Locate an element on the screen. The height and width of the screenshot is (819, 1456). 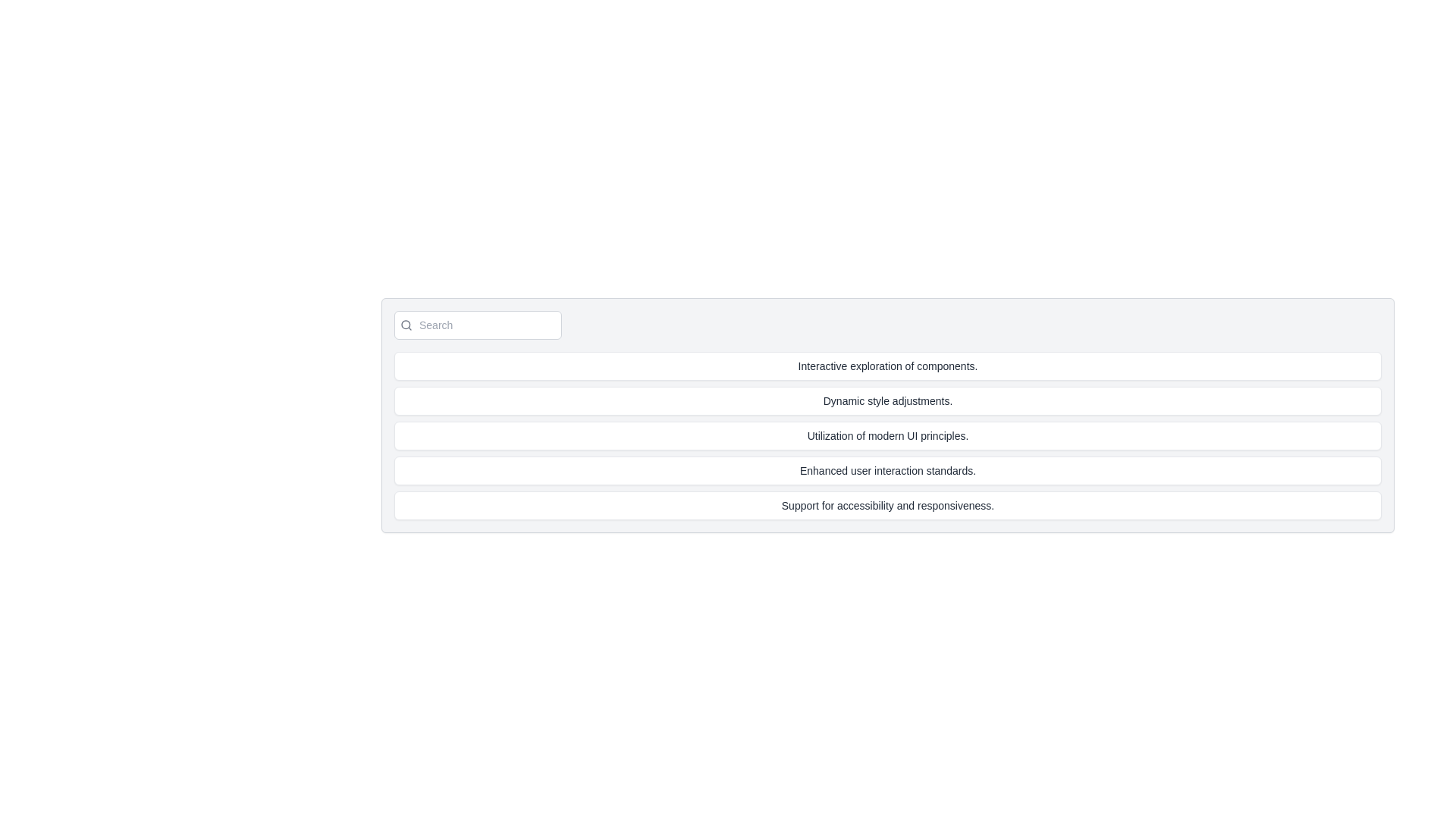
the last character of the word 'and' in the sentence 'Support for accessibility and responsiveness.' which is displayed as the fifth item in a vertical list of descriptions or features is located at coordinates (911, 506).